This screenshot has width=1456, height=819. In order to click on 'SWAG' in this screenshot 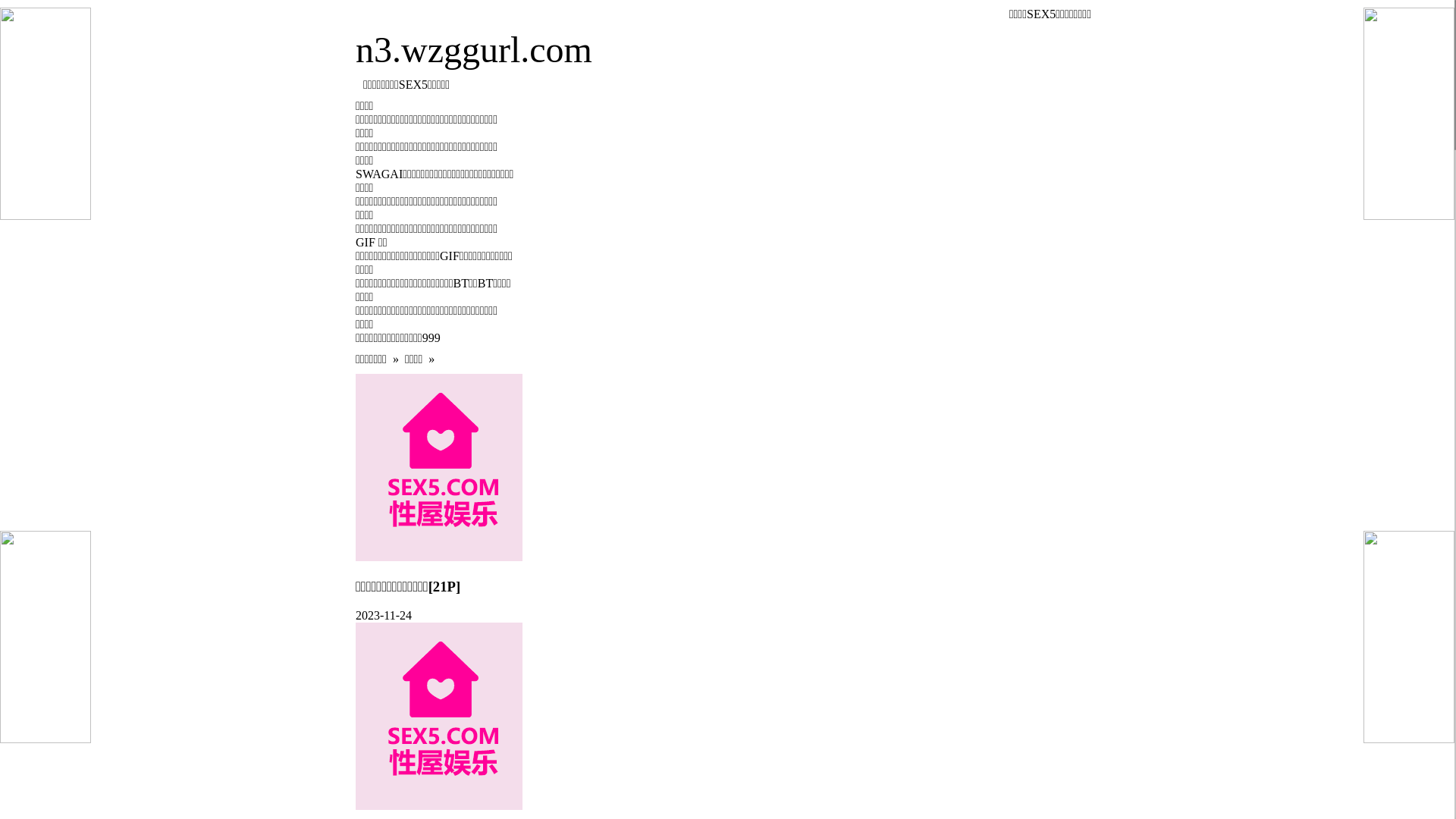, I will do `click(372, 173)`.